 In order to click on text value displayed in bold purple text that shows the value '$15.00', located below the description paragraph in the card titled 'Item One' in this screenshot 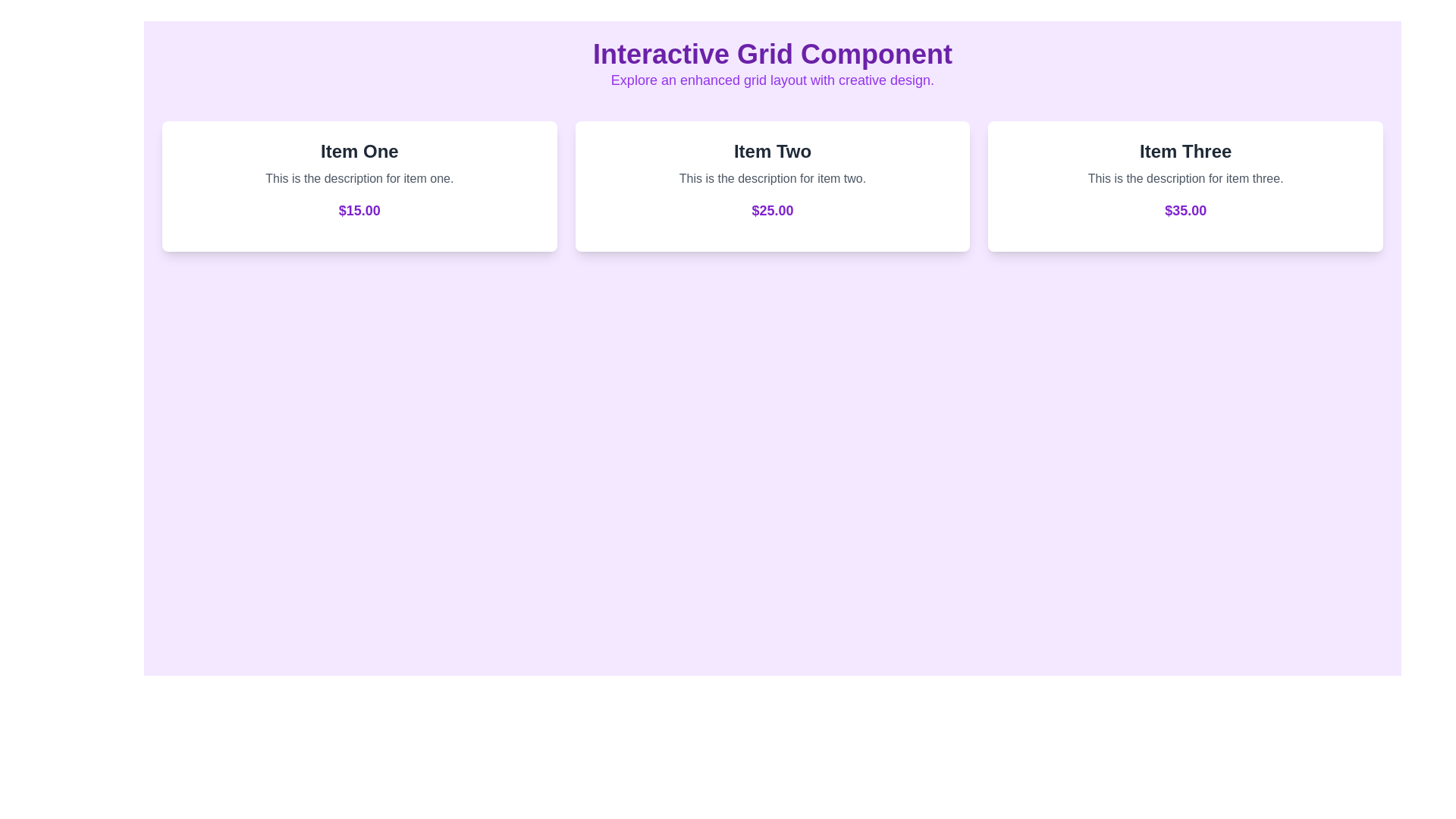, I will do `click(359, 210)`.